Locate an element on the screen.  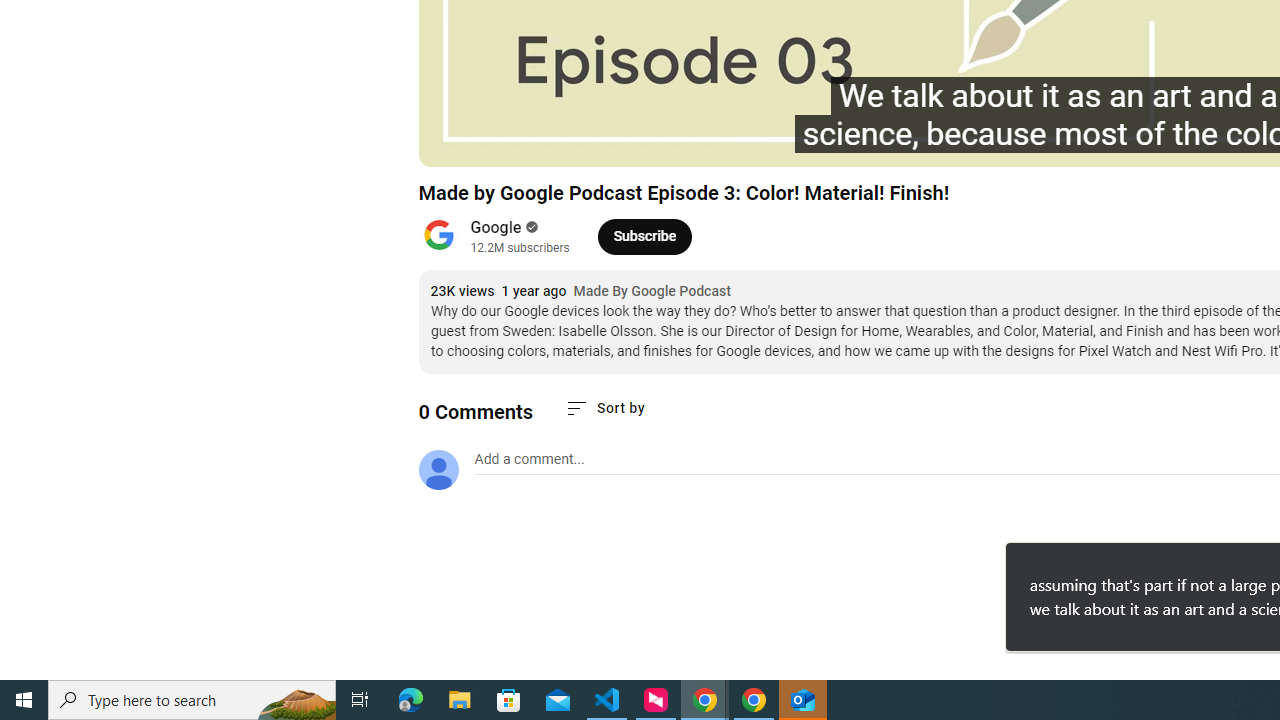
'Microsoft Store' is located at coordinates (509, 698).